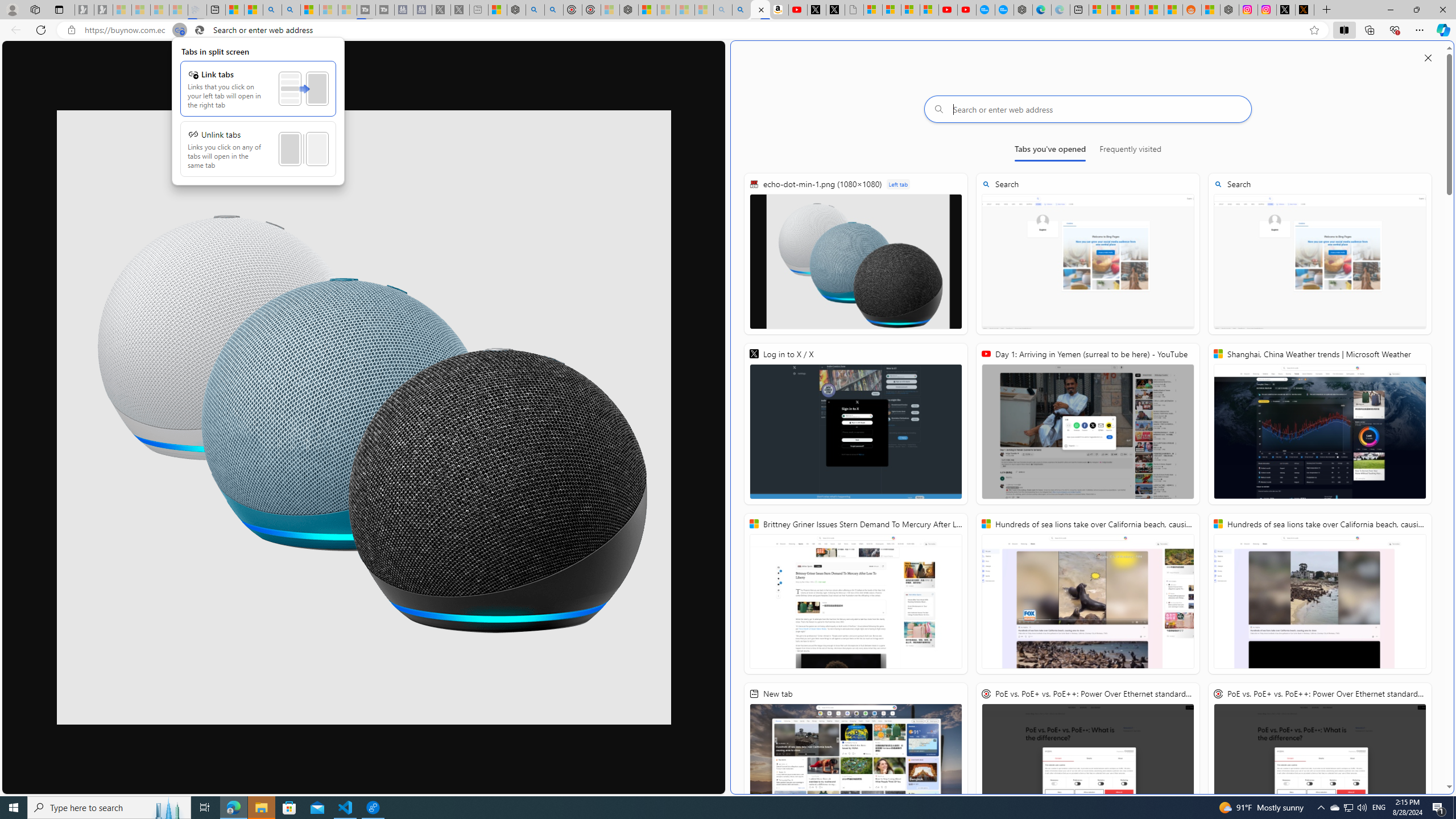 This screenshot has width=1456, height=819. I want to click on 'App bar', so click(728, 30).